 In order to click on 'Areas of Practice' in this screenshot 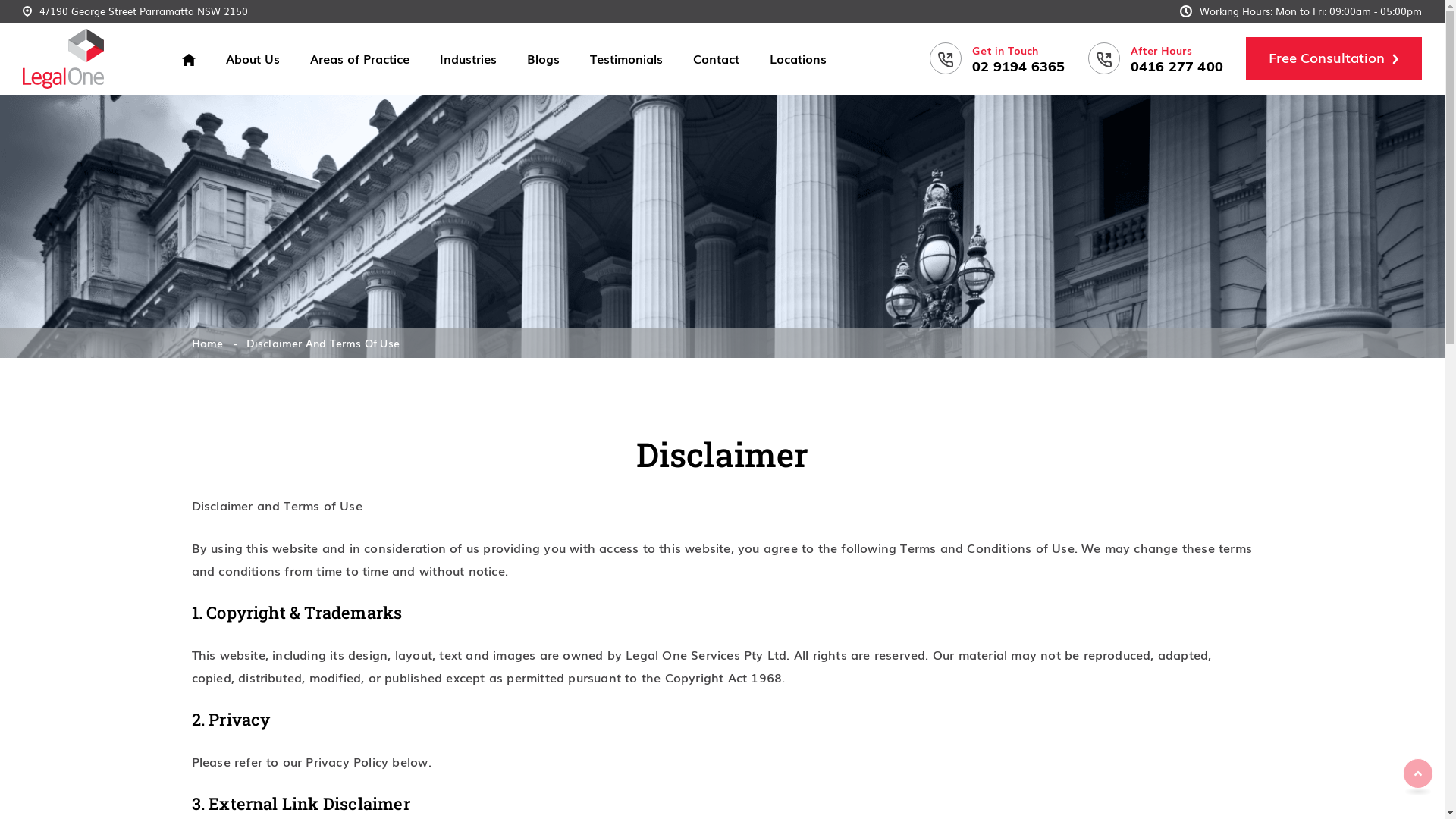, I will do `click(359, 58)`.